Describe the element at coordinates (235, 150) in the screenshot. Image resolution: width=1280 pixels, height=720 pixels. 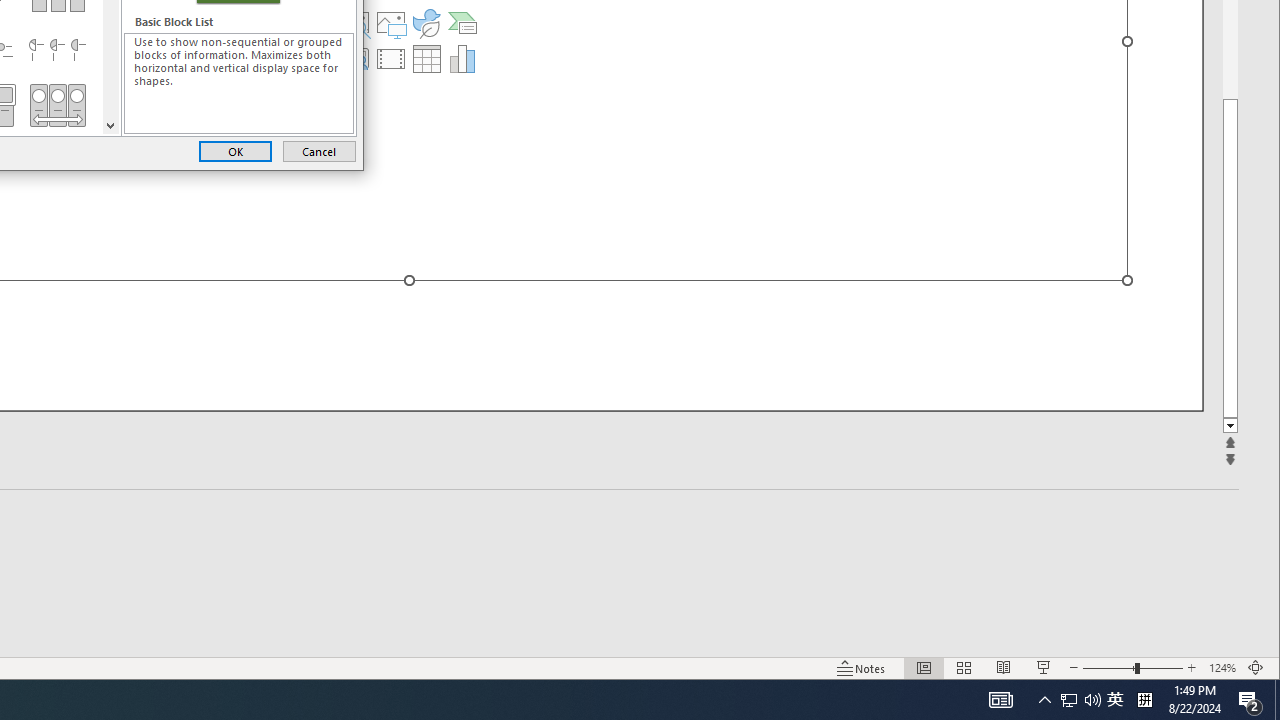
I see `'OK'` at that location.